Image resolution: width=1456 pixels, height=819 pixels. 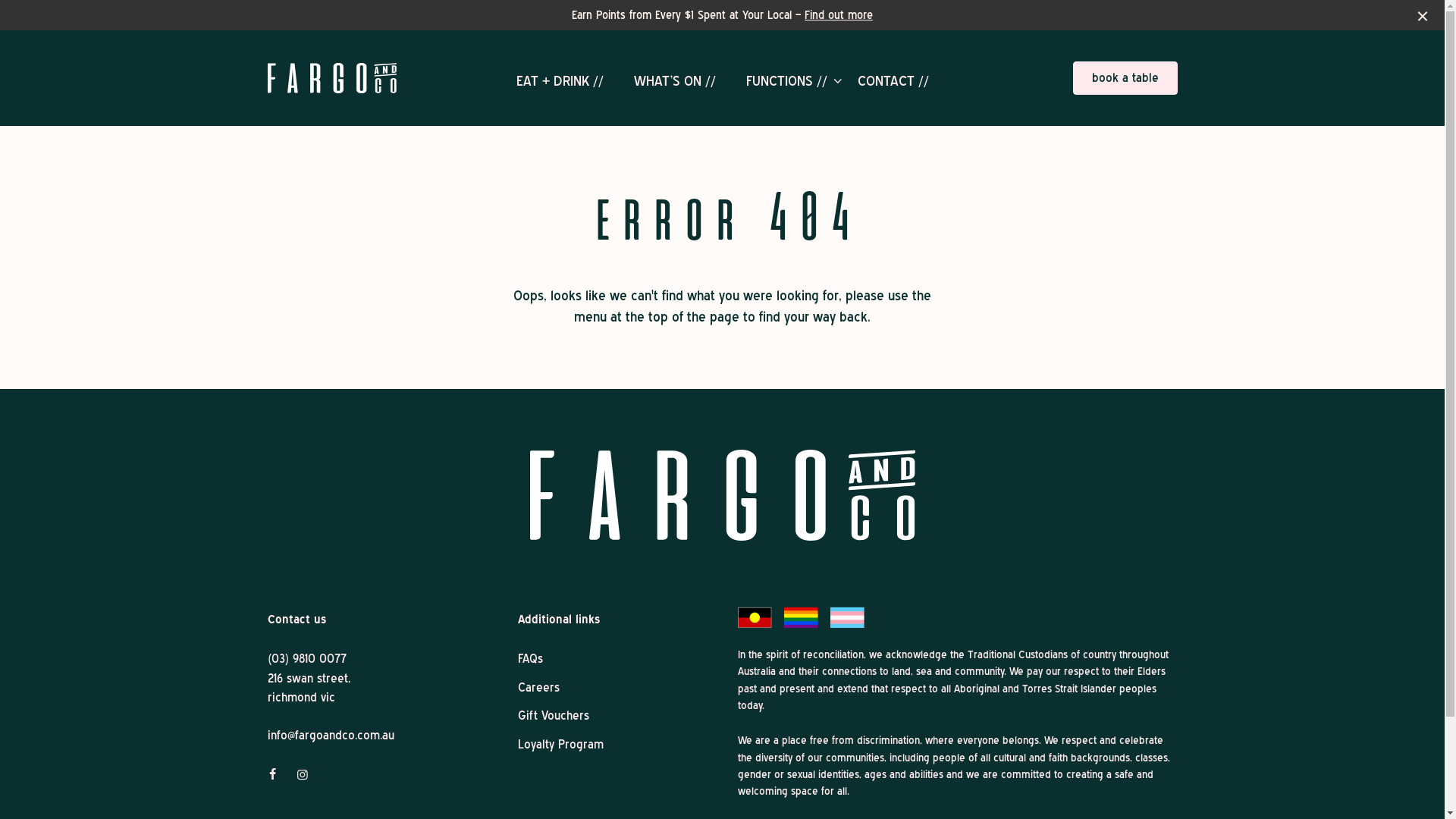 I want to click on 'book a table', so click(x=1125, y=78).